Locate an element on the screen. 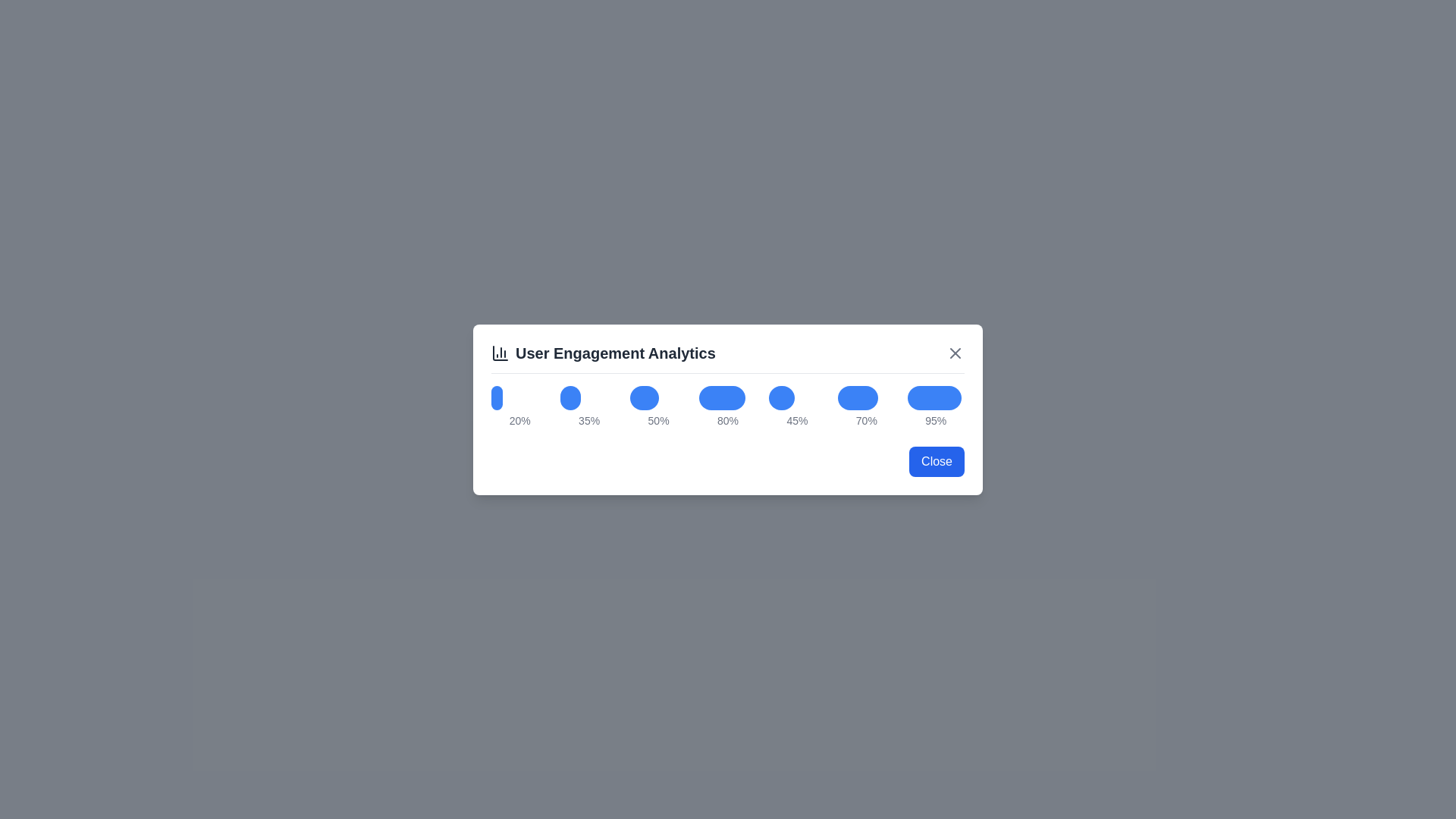 This screenshot has width=1456, height=819. the bar graph corresponding to the percentage 95 is located at coordinates (934, 397).